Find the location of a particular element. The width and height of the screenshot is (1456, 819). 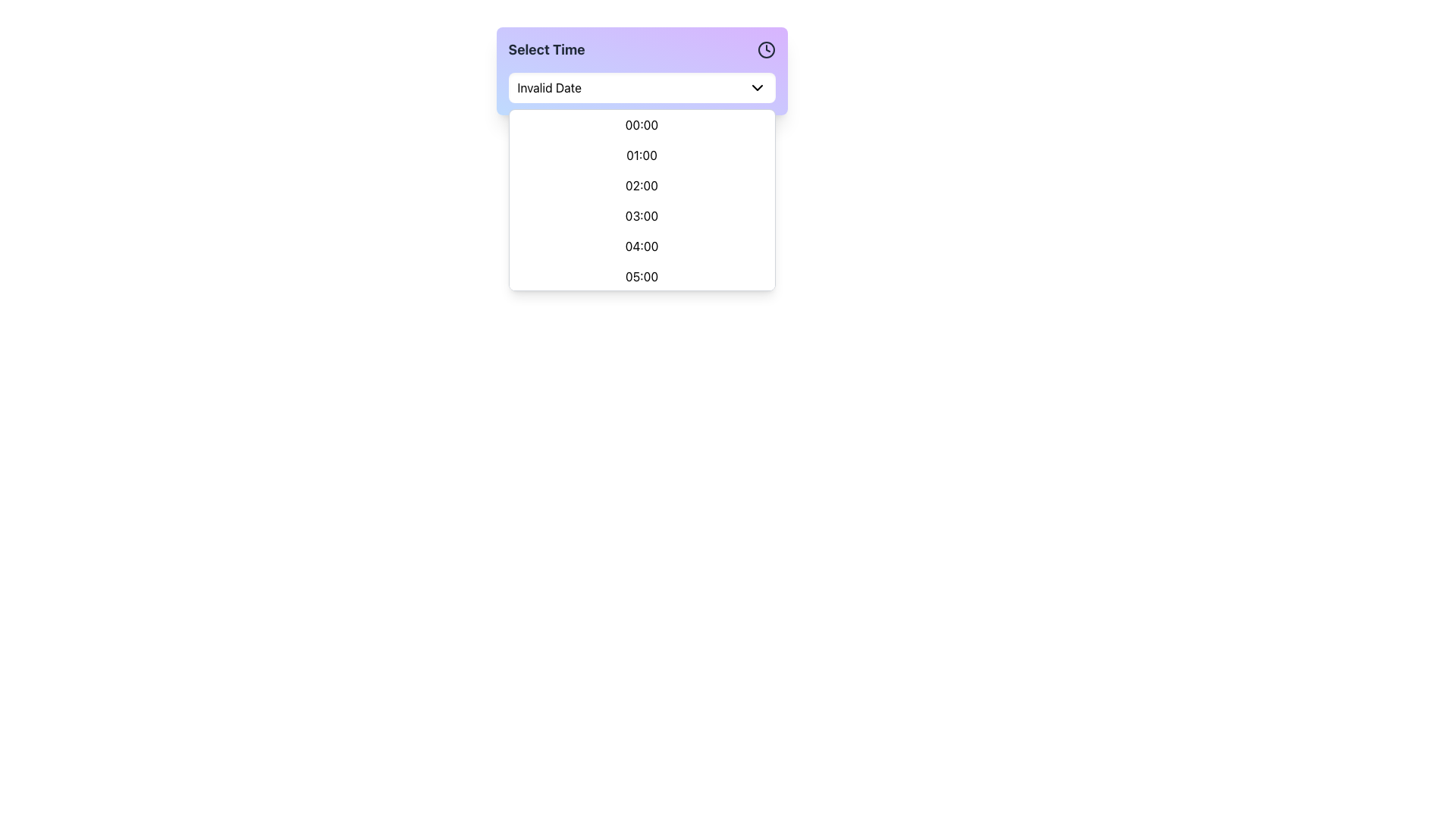

the menu item displaying the time '03:00' within the dropdown menu labeled 'Select Time' is located at coordinates (642, 216).